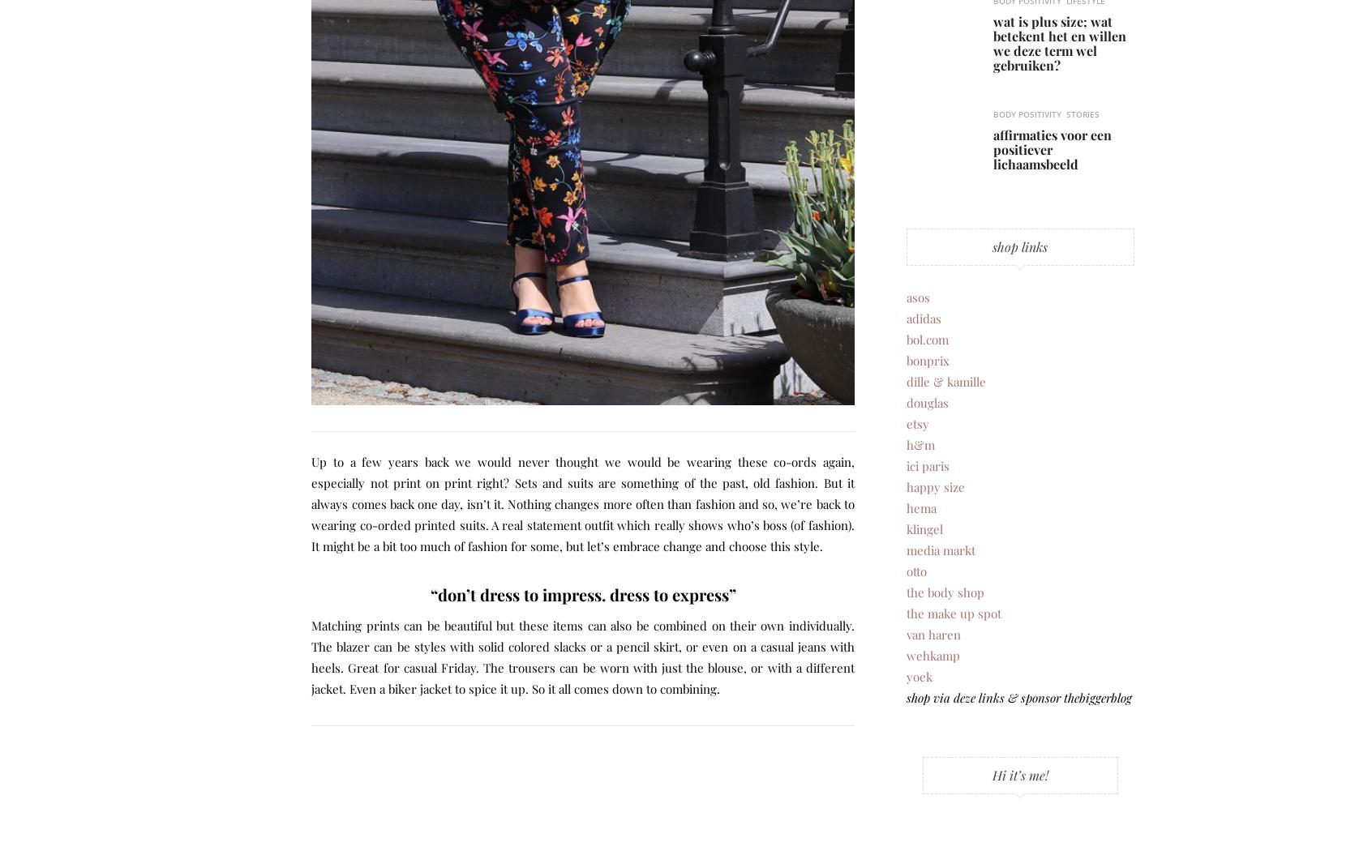 This screenshot has width=1372, height=868. What do you see at coordinates (1059, 41) in the screenshot?
I see `'wat is plus size; wat betekent het en willen we deze term wel gebruiken?'` at bounding box center [1059, 41].